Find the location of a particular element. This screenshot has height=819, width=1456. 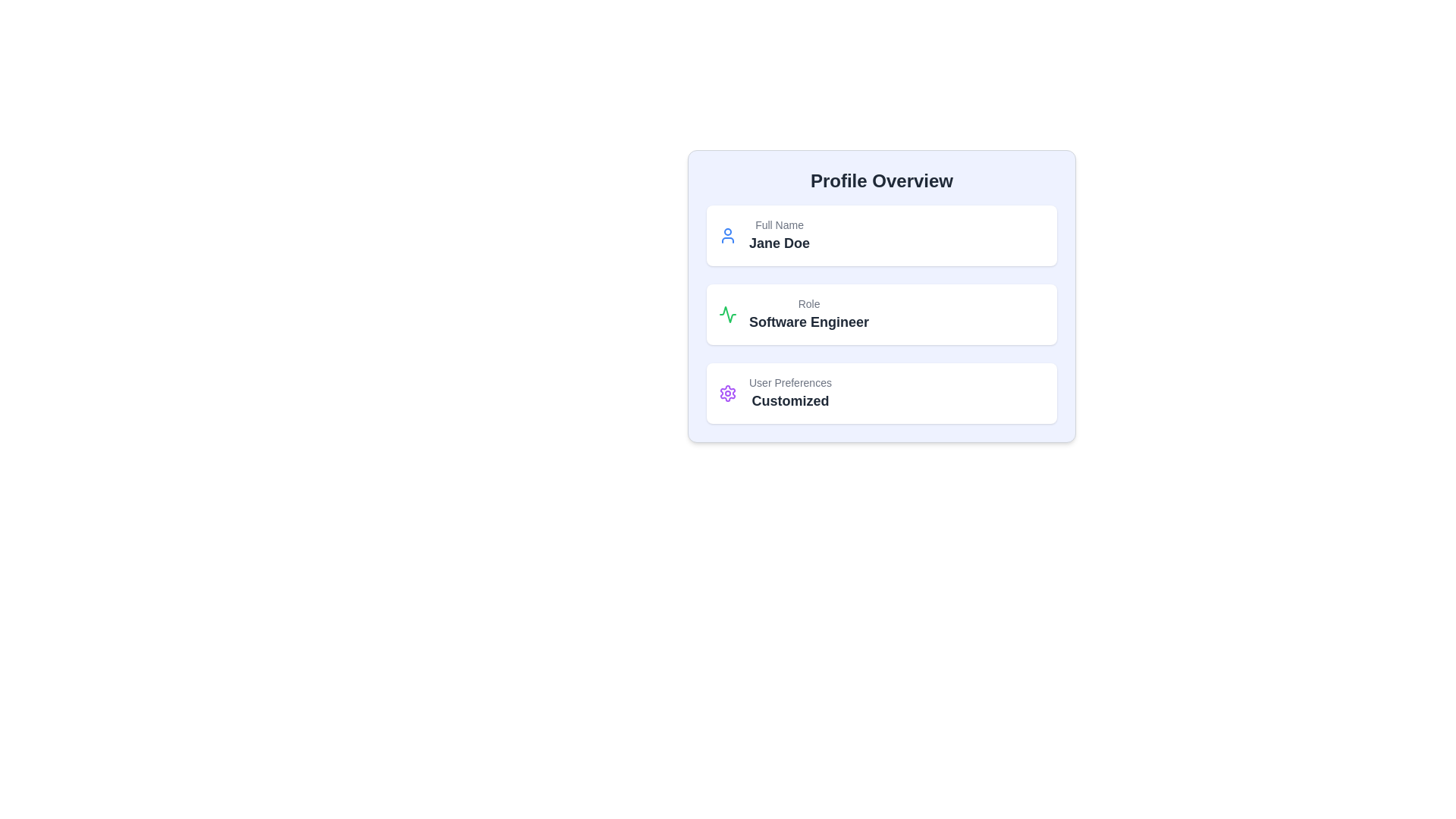

text component that describes the user's preferences, located below the 'Software Engineer' section in the profile overview card is located at coordinates (789, 393).